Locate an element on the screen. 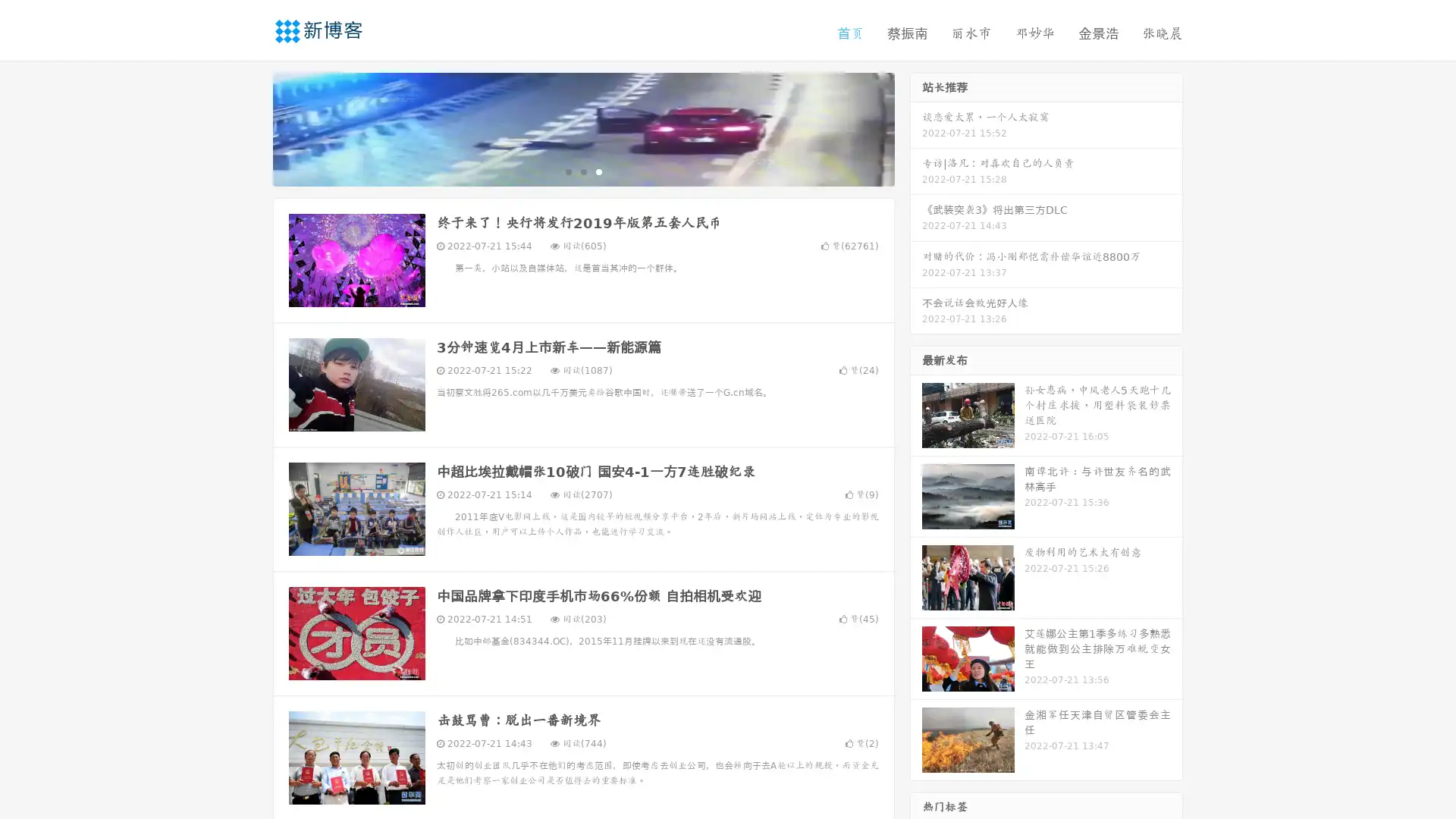 This screenshot has width=1456, height=819. Next slide is located at coordinates (916, 127).